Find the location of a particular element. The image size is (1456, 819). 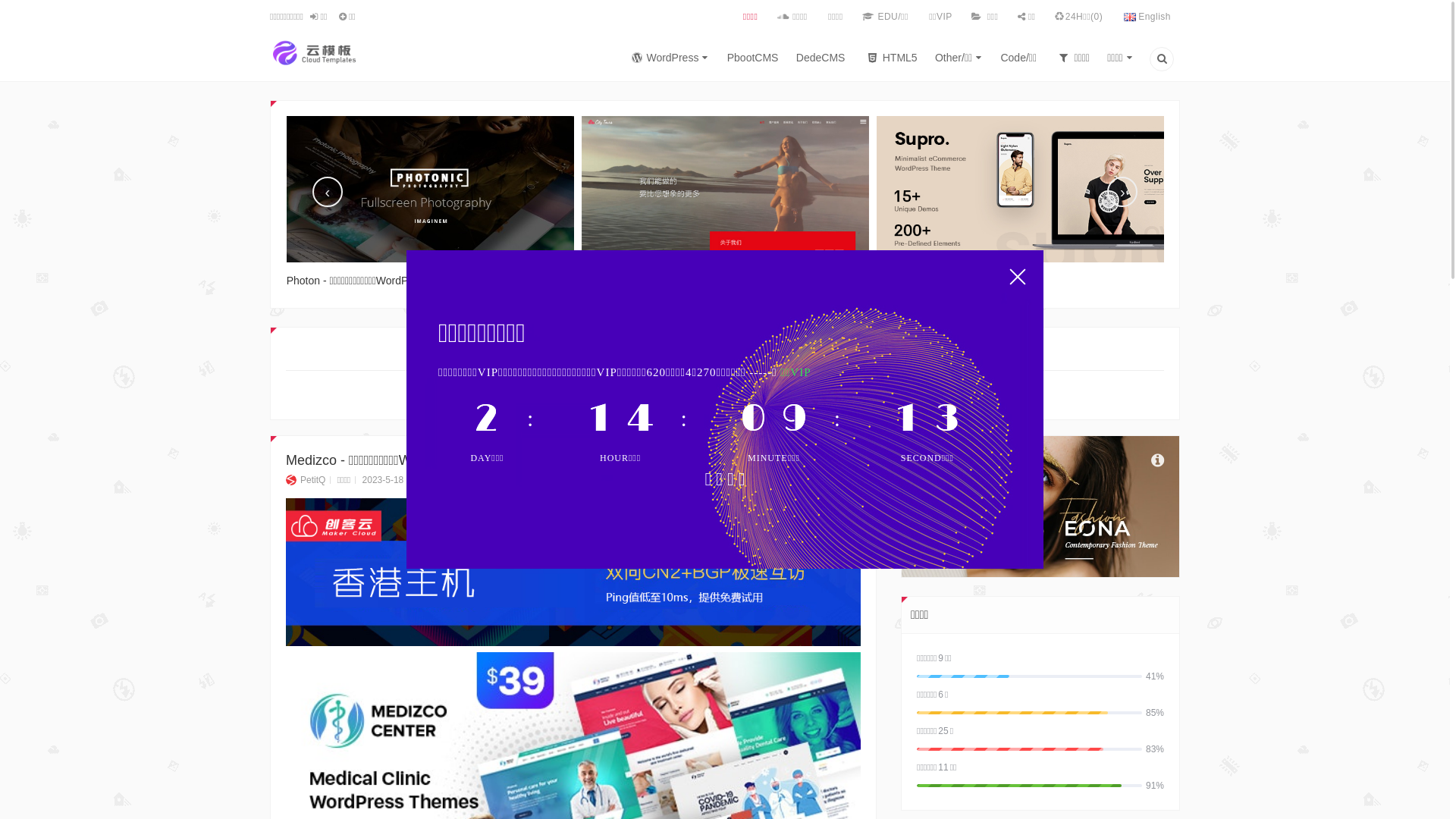

'HTML5' is located at coordinates (890, 60).